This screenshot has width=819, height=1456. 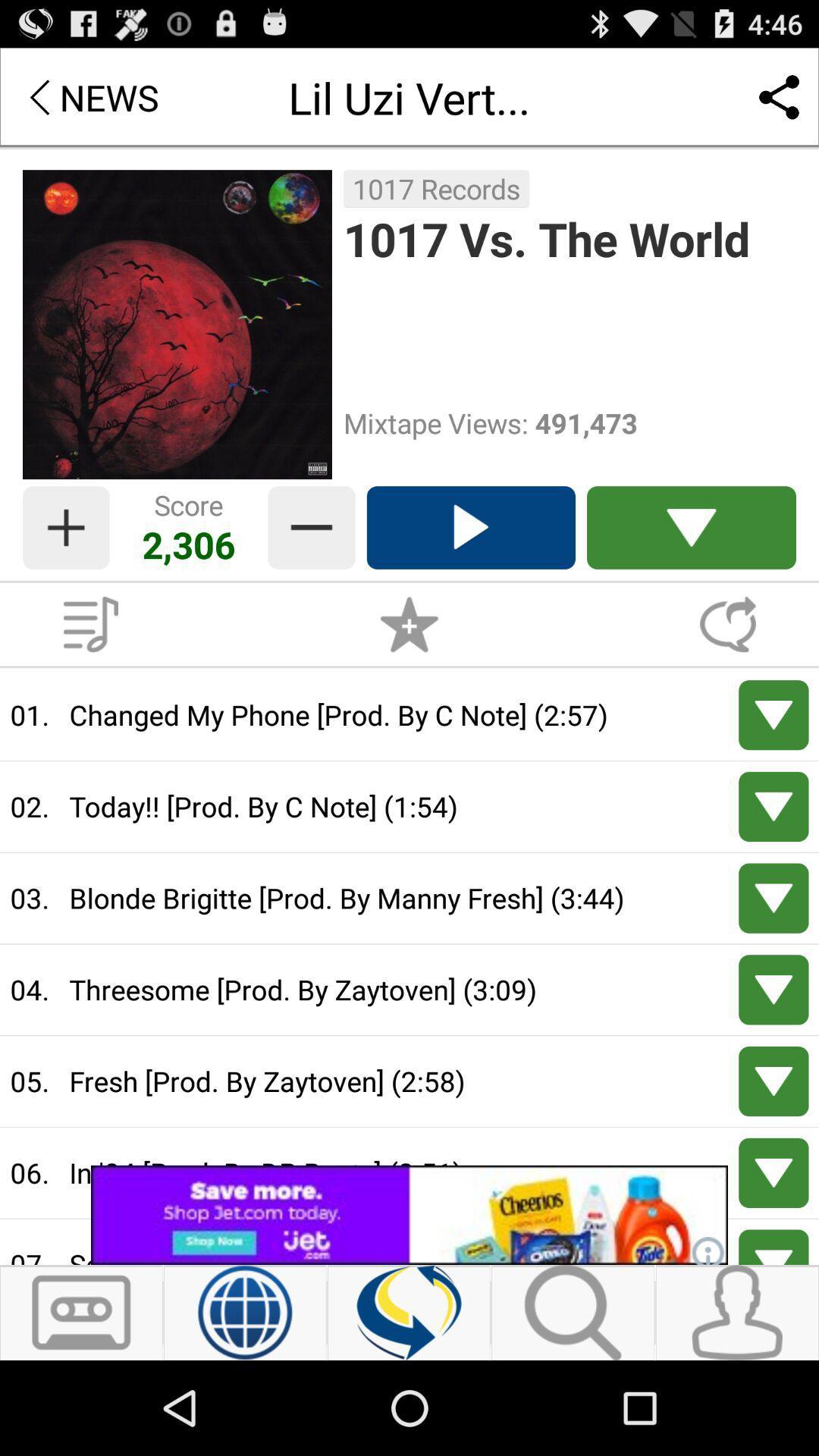 What do you see at coordinates (773, 805) in the screenshot?
I see `play` at bounding box center [773, 805].